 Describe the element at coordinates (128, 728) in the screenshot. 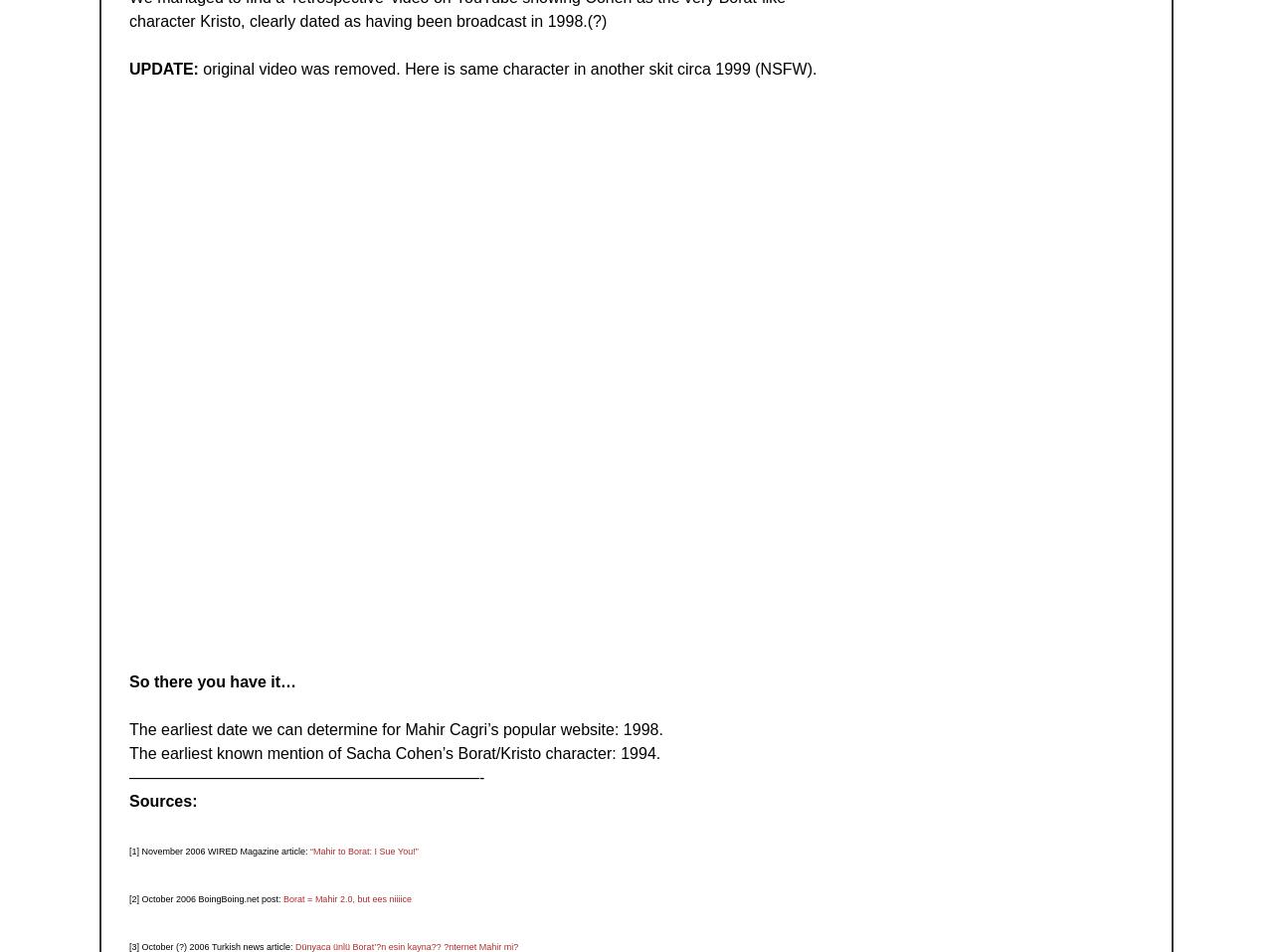

I see `'The earliest date we can determine for Mahir Cagri’s popular website: 1998.'` at that location.